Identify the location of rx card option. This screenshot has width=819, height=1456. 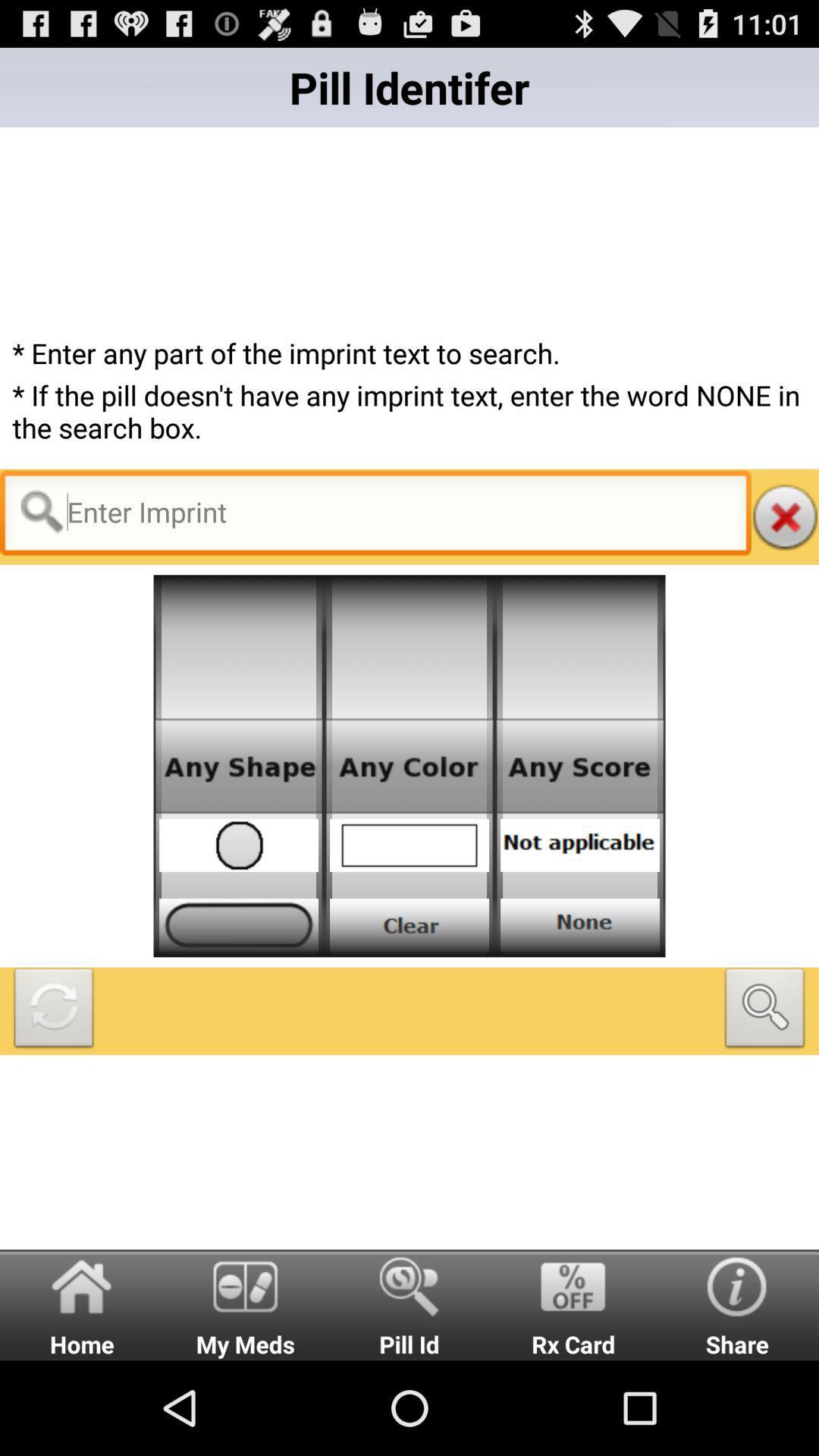
(573, 1304).